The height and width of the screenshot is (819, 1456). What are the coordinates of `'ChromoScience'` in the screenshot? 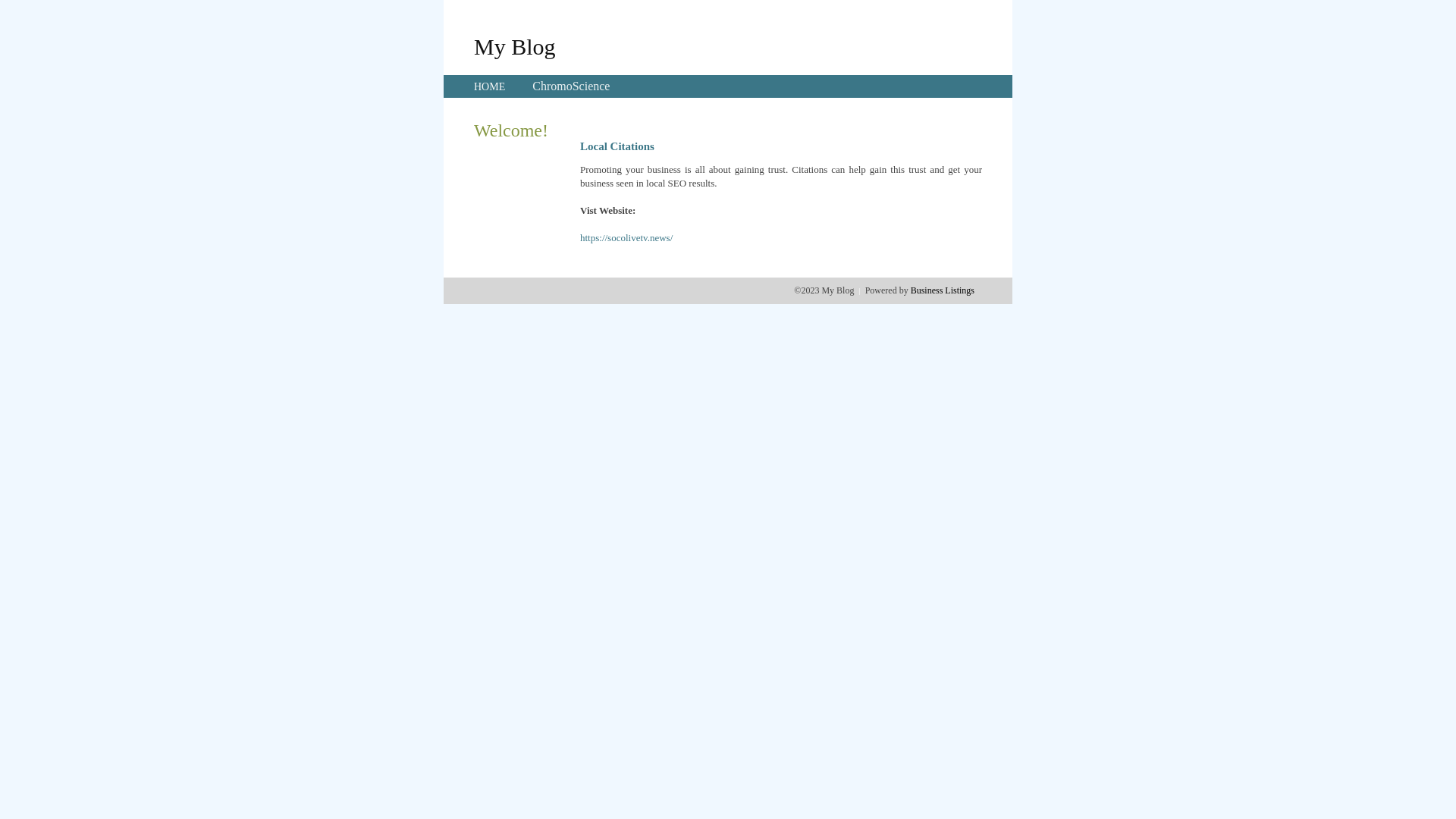 It's located at (570, 86).